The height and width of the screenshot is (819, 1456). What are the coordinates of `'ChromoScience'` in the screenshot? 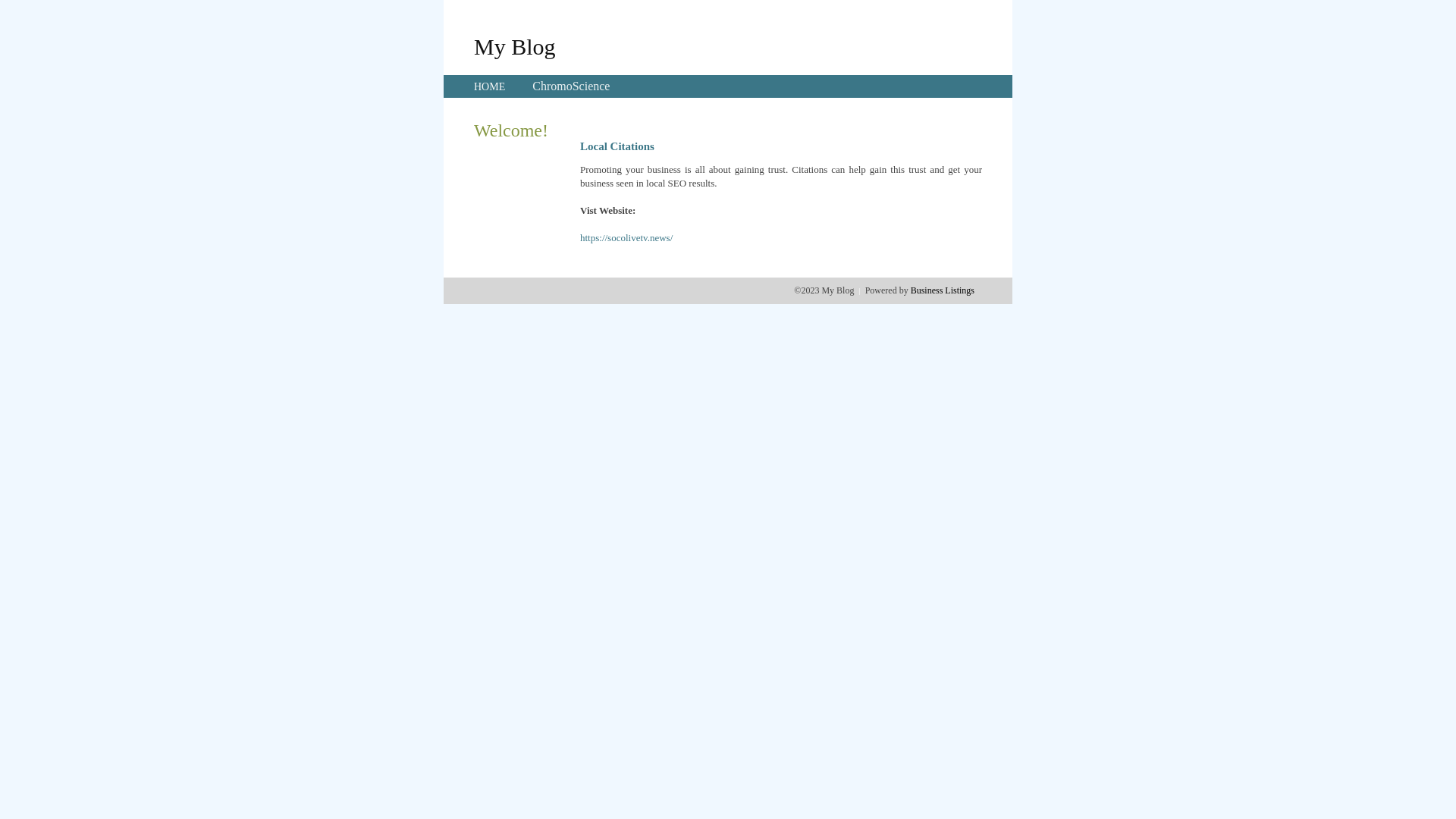 It's located at (570, 86).